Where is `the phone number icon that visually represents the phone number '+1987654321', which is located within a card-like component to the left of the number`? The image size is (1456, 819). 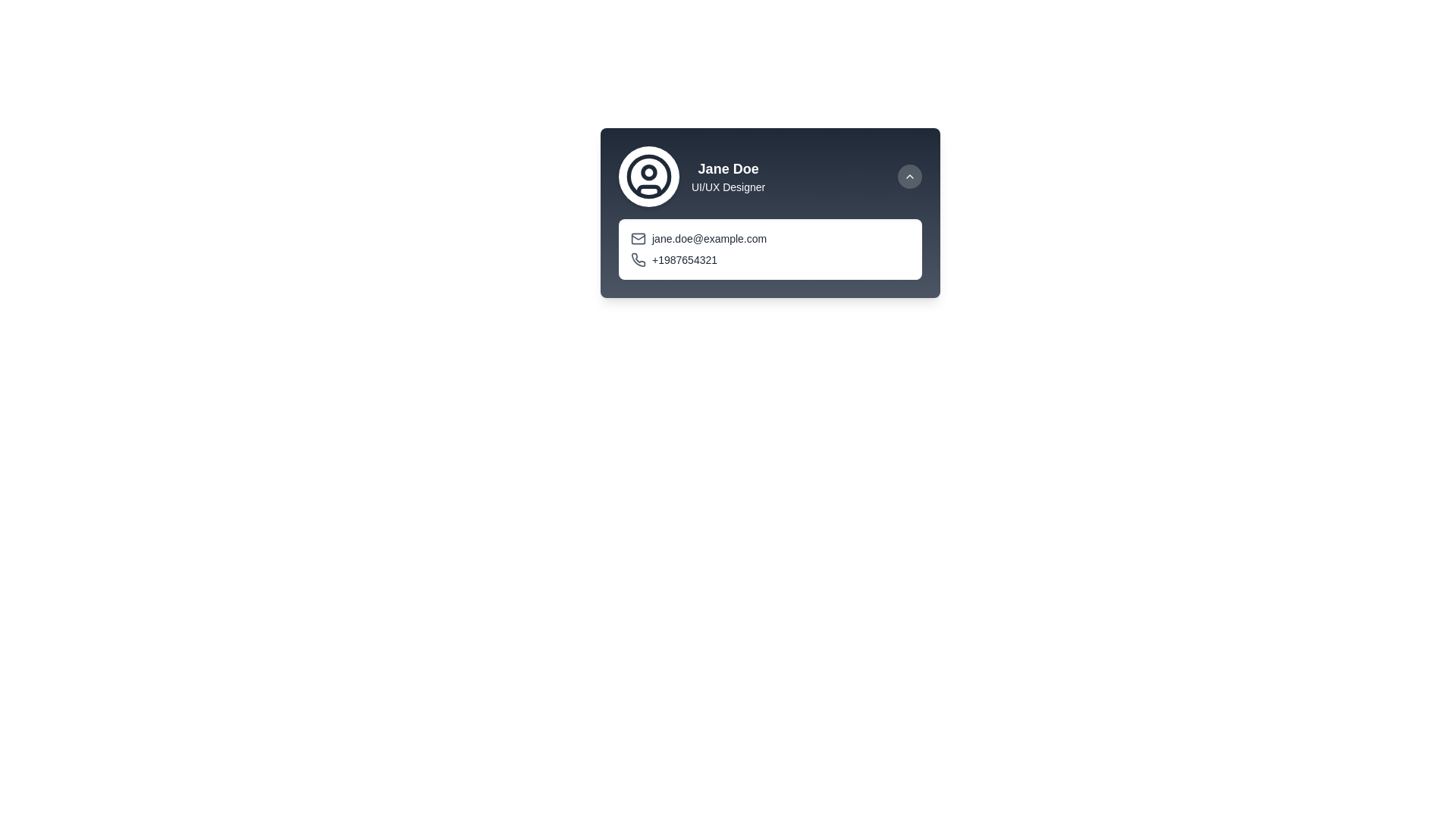
the phone number icon that visually represents the phone number '+1987654321', which is located within a card-like component to the left of the number is located at coordinates (639, 259).